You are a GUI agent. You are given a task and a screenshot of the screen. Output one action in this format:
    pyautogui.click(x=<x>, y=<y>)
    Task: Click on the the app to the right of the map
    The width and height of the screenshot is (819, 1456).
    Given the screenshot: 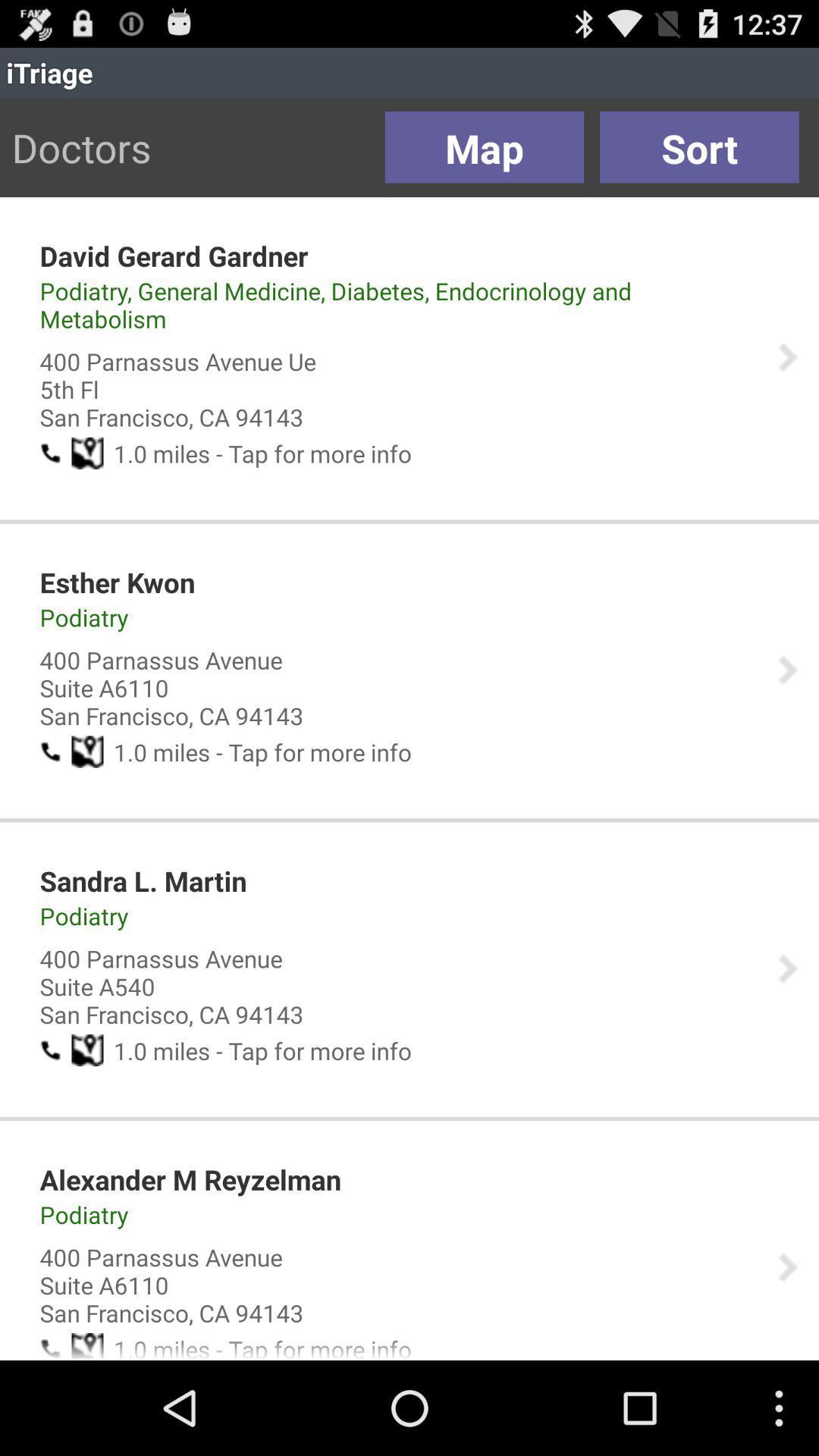 What is the action you would take?
    pyautogui.click(x=699, y=147)
    